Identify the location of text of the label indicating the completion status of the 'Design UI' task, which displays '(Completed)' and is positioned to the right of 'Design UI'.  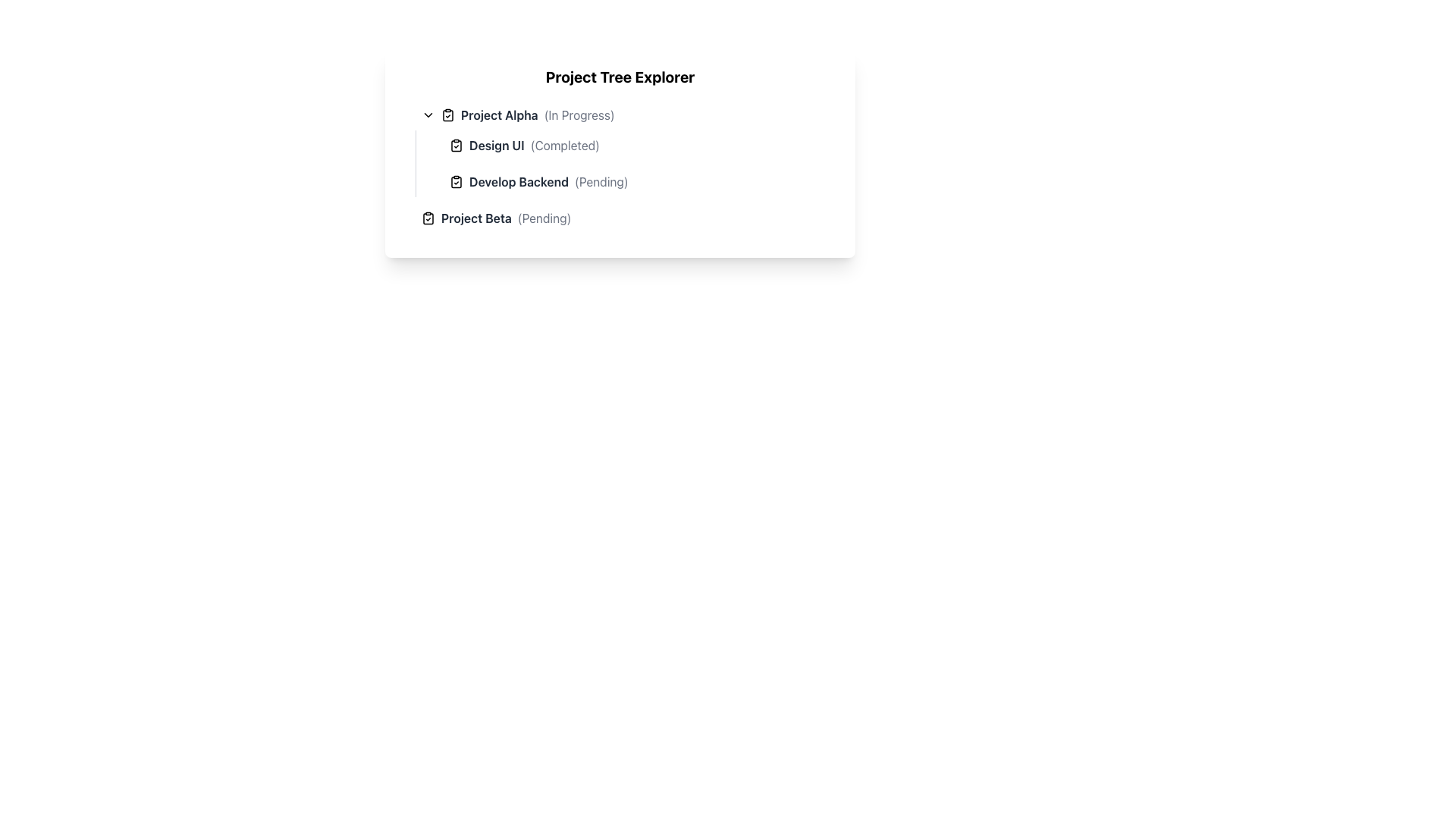
(564, 146).